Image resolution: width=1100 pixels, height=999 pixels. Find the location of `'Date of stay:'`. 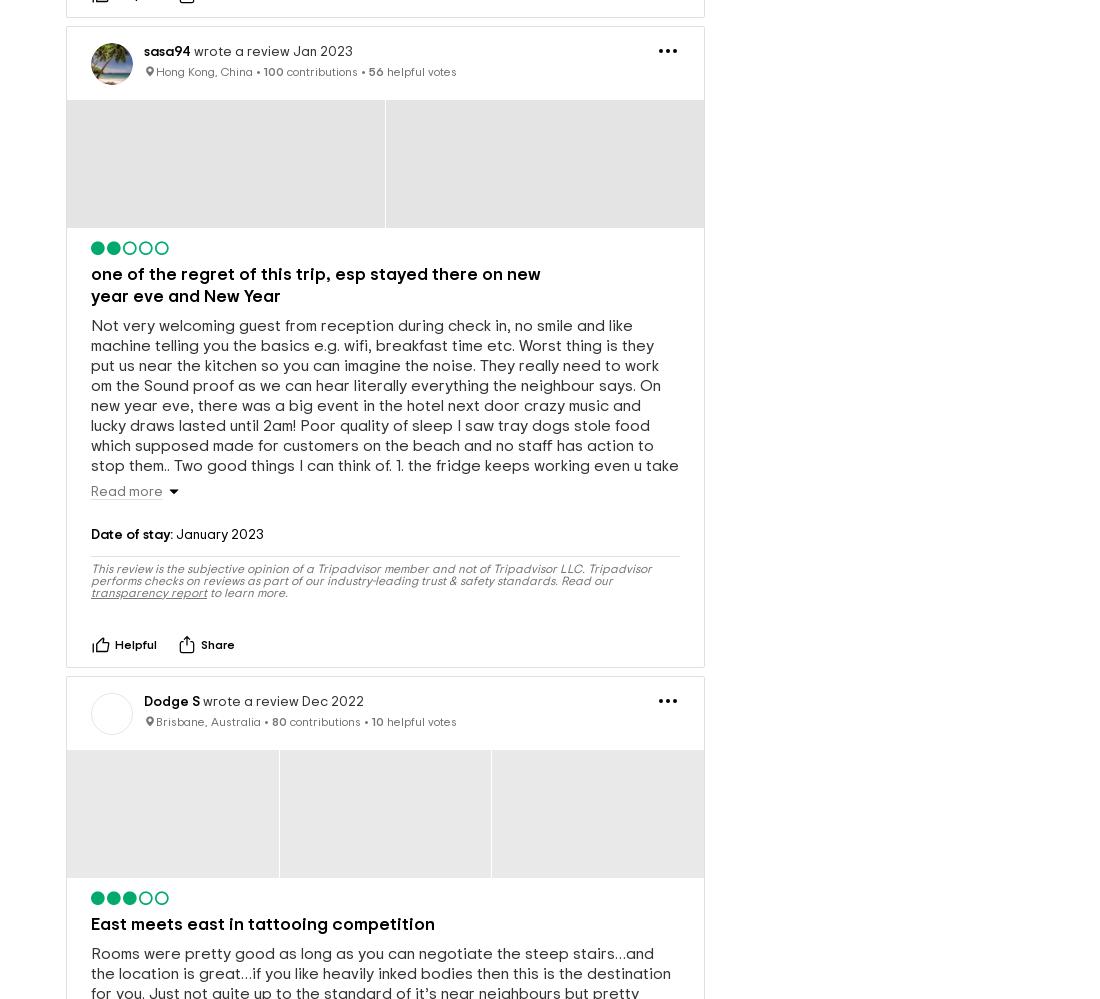

'Date of stay:' is located at coordinates (132, 500).